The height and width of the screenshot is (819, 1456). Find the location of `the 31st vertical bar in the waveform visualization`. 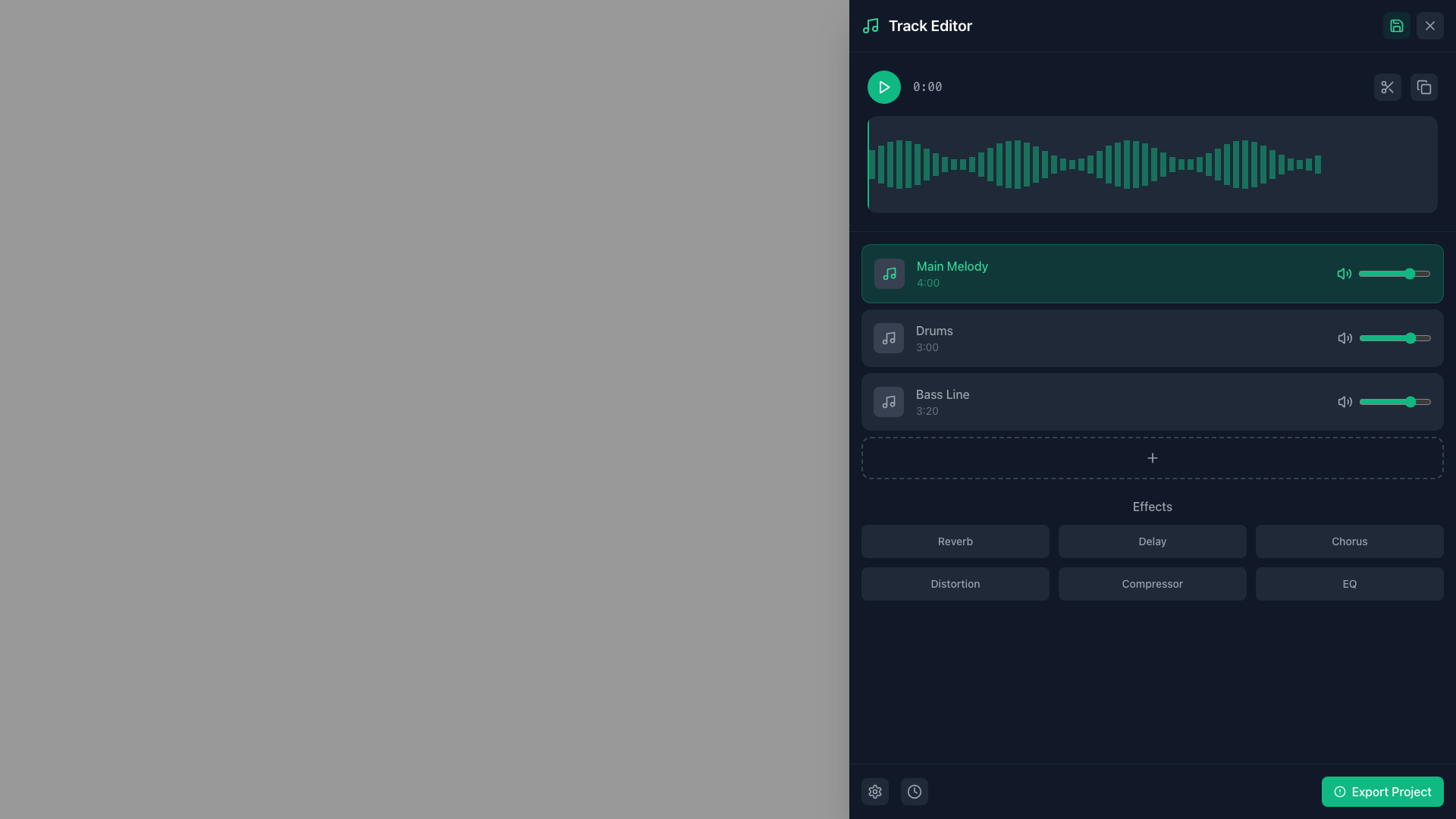

the 31st vertical bar in the waveform visualization is located at coordinates (1153, 164).